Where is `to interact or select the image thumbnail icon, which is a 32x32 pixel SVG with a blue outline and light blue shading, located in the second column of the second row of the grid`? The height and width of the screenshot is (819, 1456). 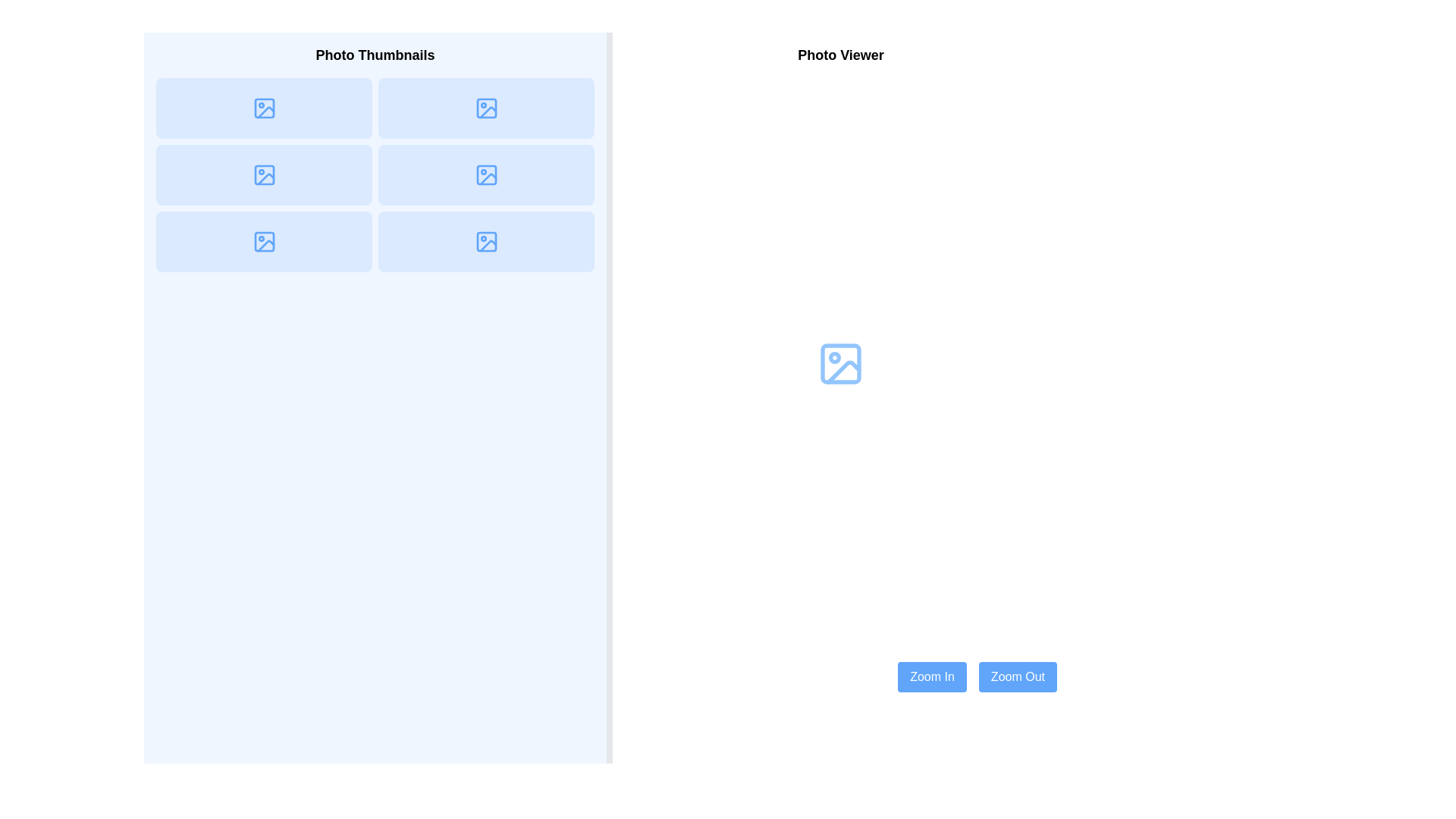
to interact or select the image thumbnail icon, which is a 32x32 pixel SVG with a blue outline and light blue shading, located in the second column of the second row of the grid is located at coordinates (486, 174).